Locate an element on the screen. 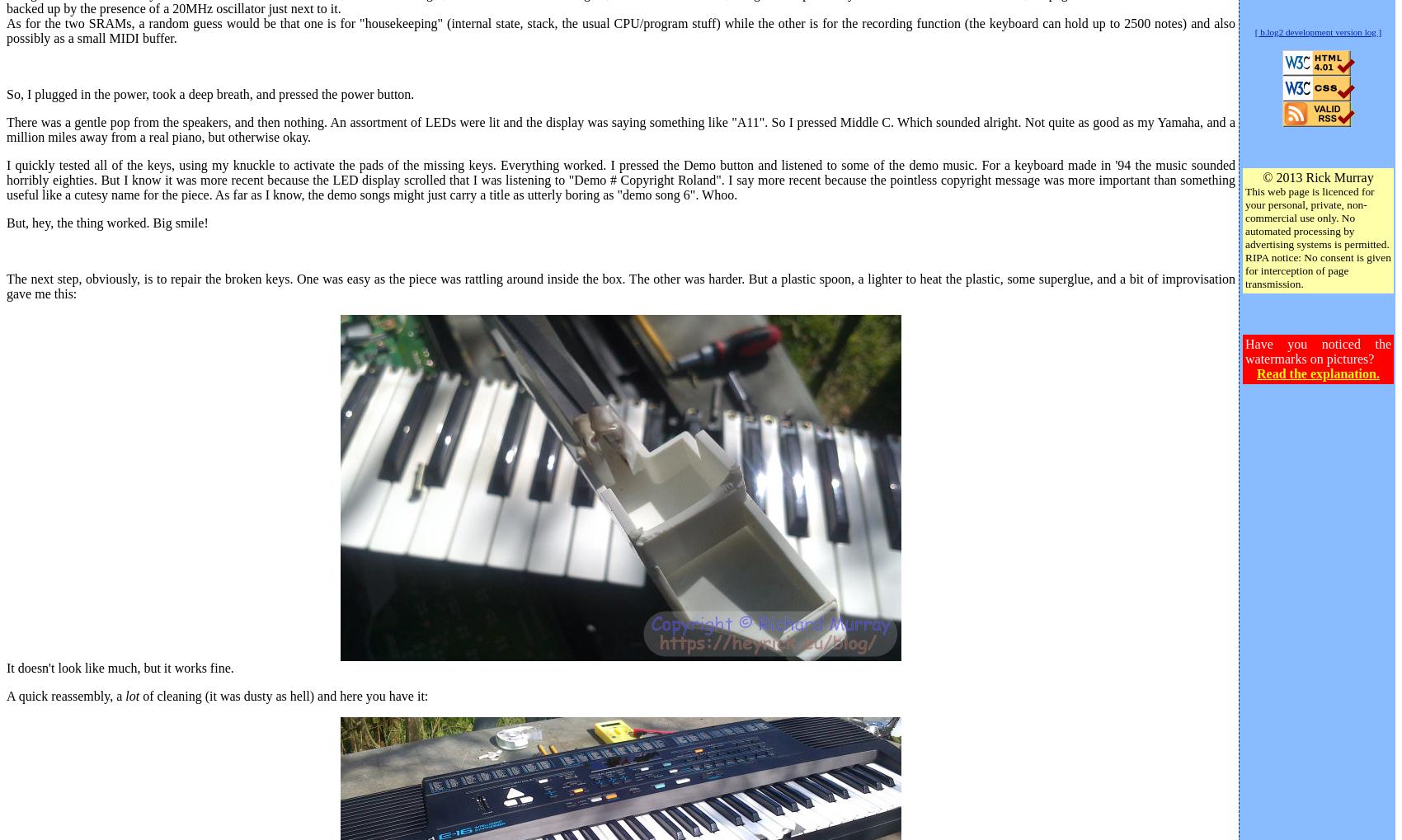 The height and width of the screenshot is (840, 1402). 'There was a gentle pop from the speakers, and then nothing. An assortment of LEDs were lit and the display was saying something like "A11". So I pressed Middle C. Which sounded alright. Not quite as good as my Yamaha, and a million miles away from a real piano, but otherwise okay.' is located at coordinates (6, 129).